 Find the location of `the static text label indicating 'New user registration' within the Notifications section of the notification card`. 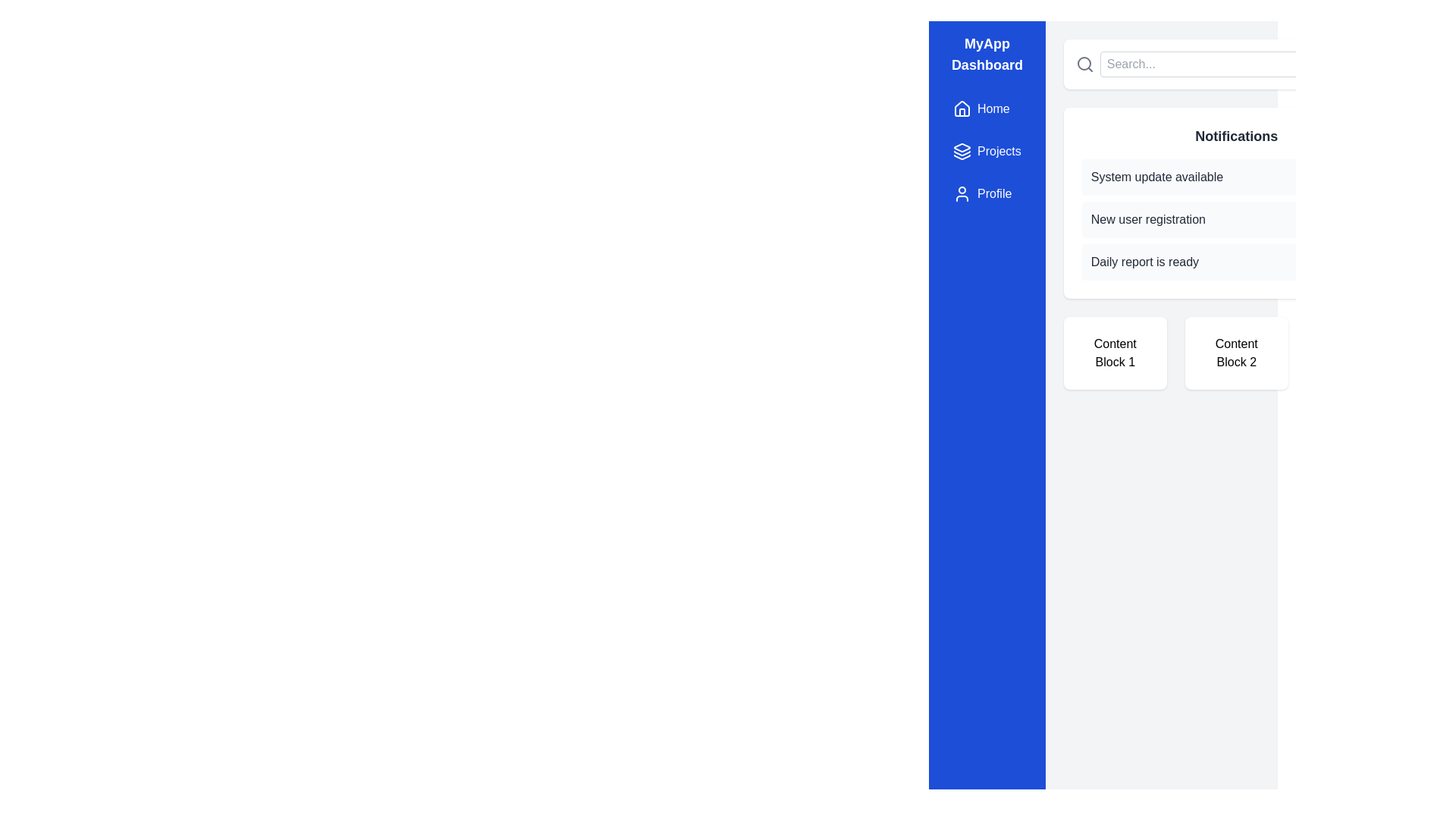

the static text label indicating 'New user registration' within the Notifications section of the notification card is located at coordinates (1148, 219).